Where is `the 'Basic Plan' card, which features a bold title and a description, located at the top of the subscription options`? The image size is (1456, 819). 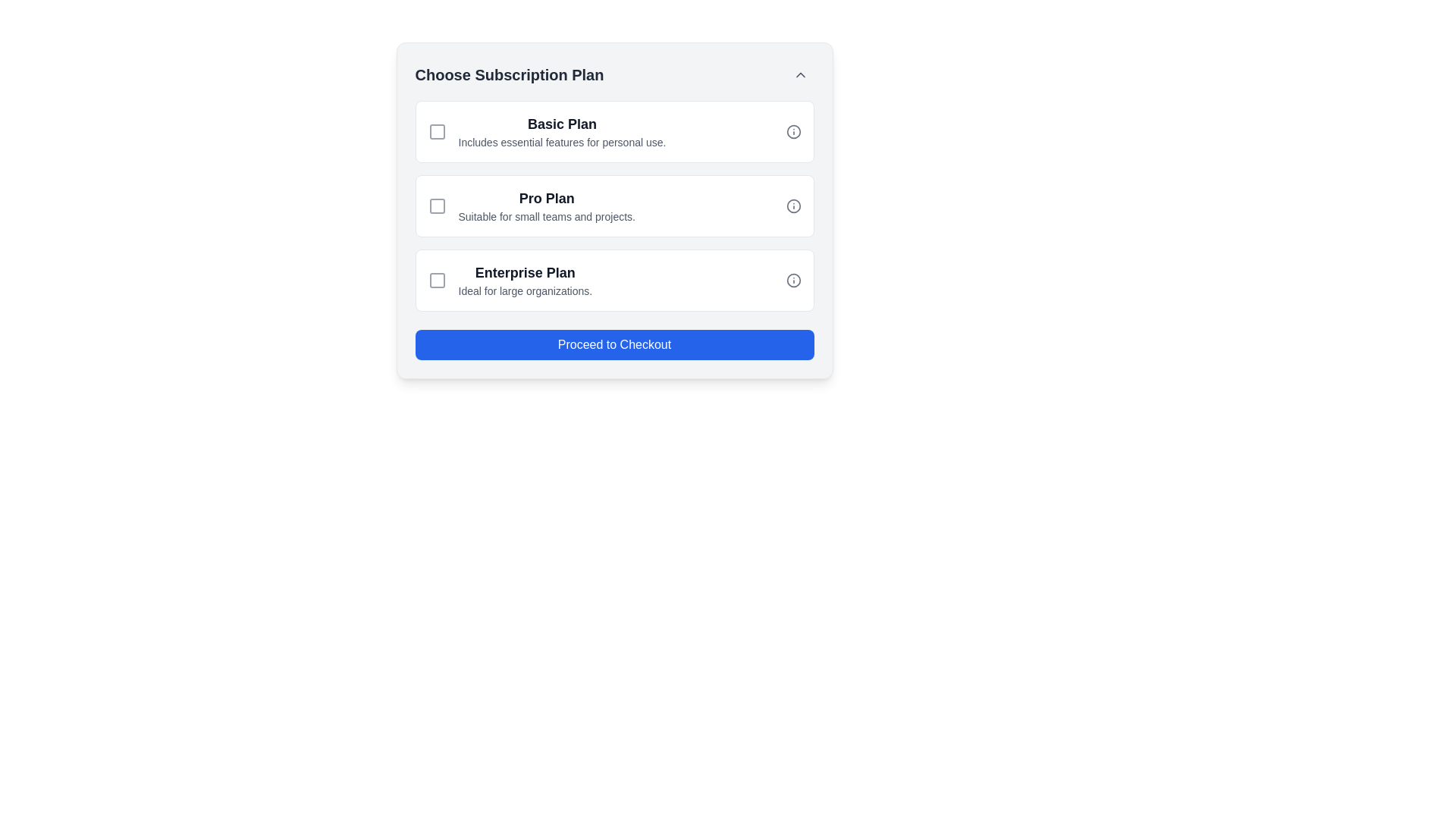
the 'Basic Plan' card, which features a bold title and a description, located at the top of the subscription options is located at coordinates (614, 130).